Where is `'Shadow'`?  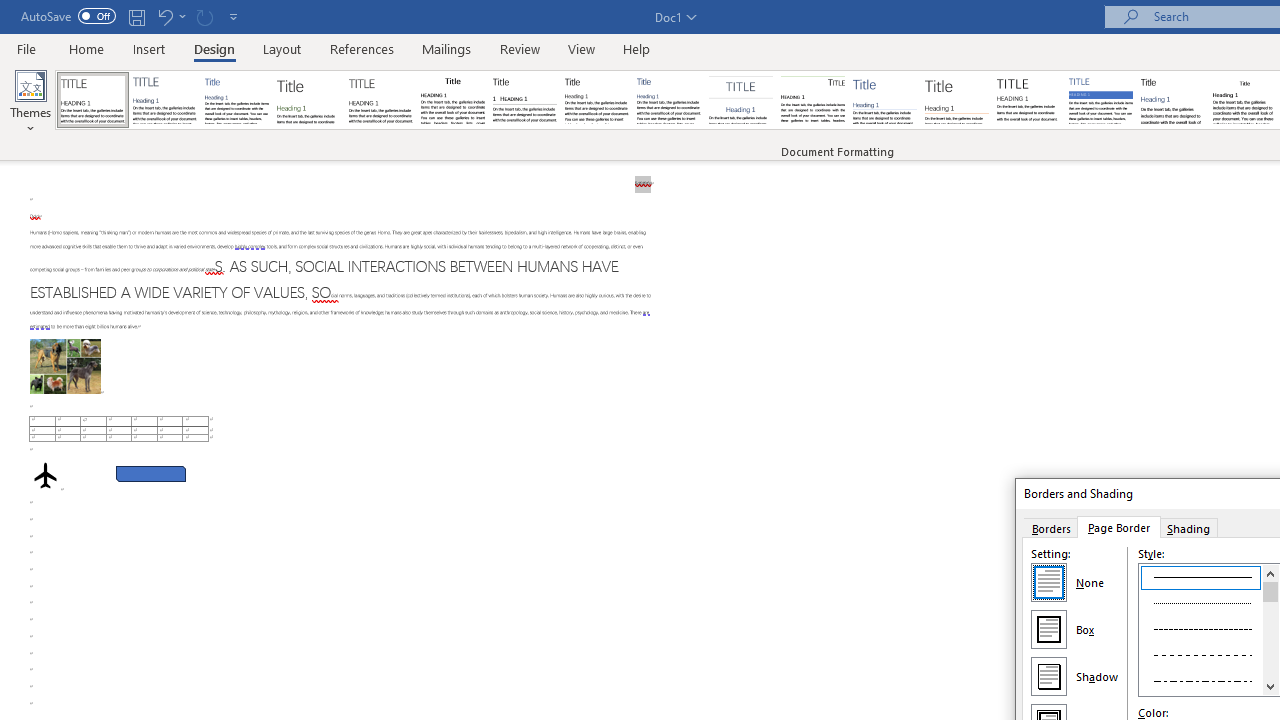 'Shadow' is located at coordinates (1047, 675).